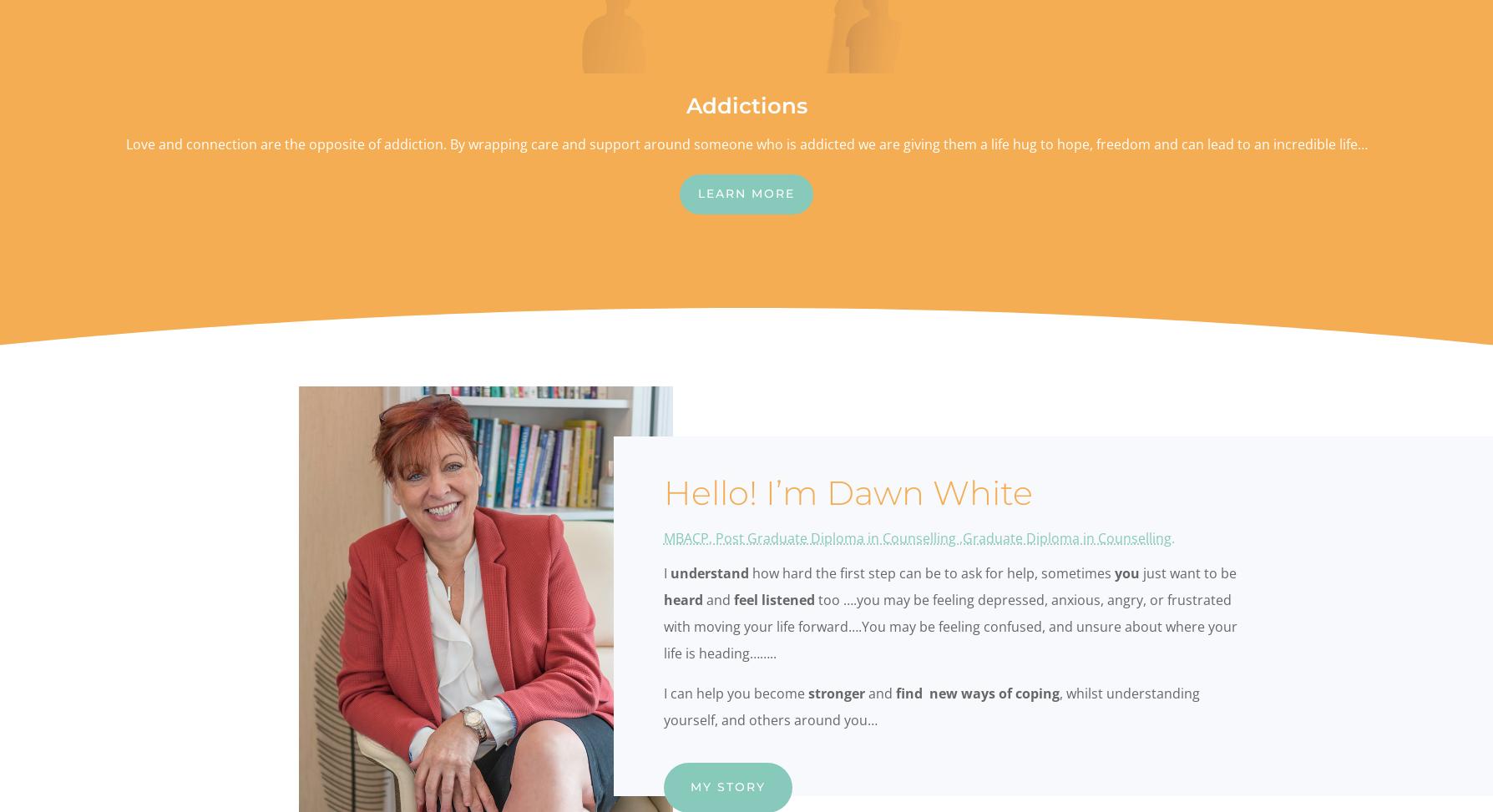  I want to click on 'find  new ways of coping', so click(976, 691).